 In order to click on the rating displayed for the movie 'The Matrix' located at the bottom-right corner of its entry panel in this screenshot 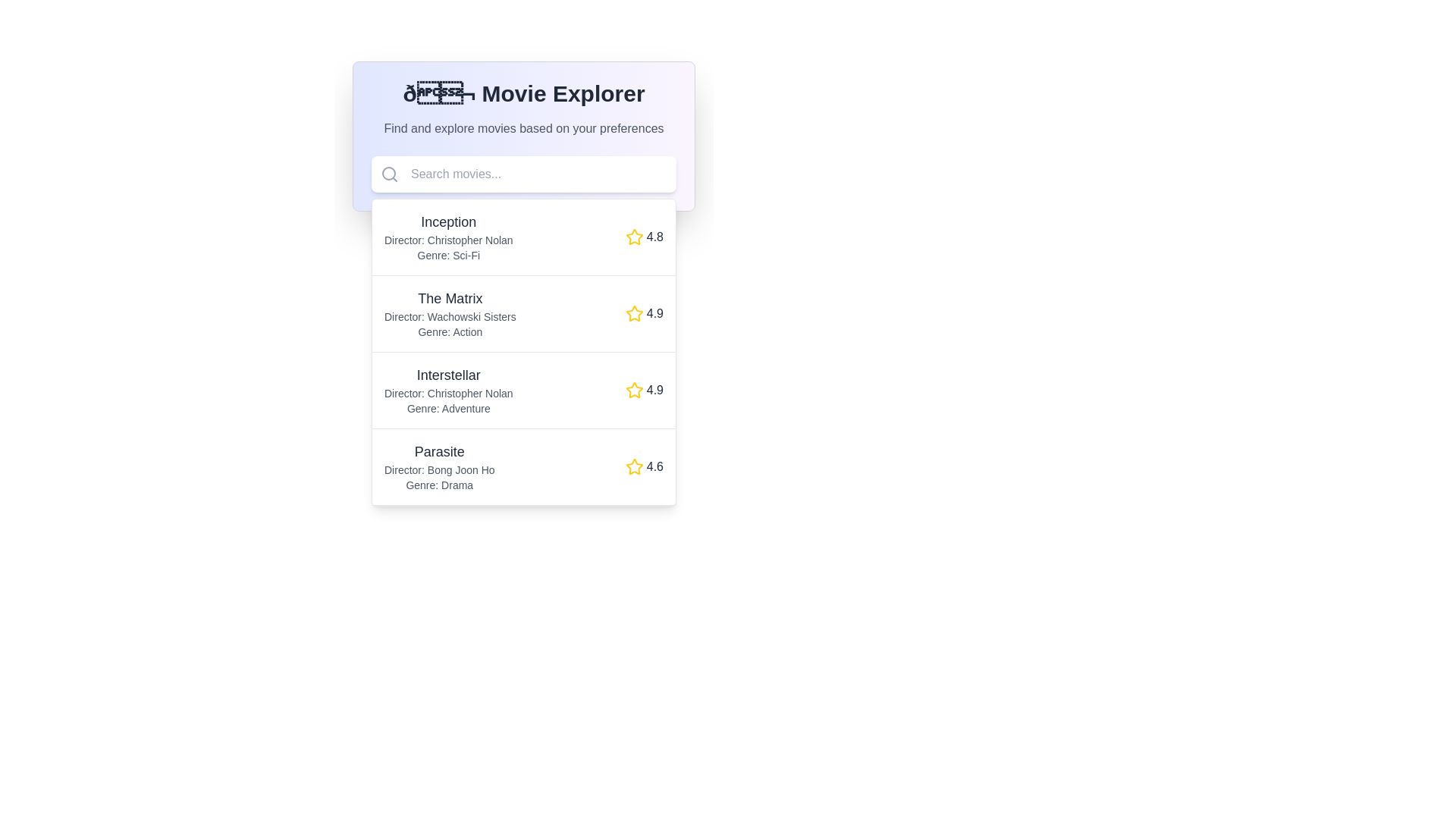, I will do `click(644, 312)`.